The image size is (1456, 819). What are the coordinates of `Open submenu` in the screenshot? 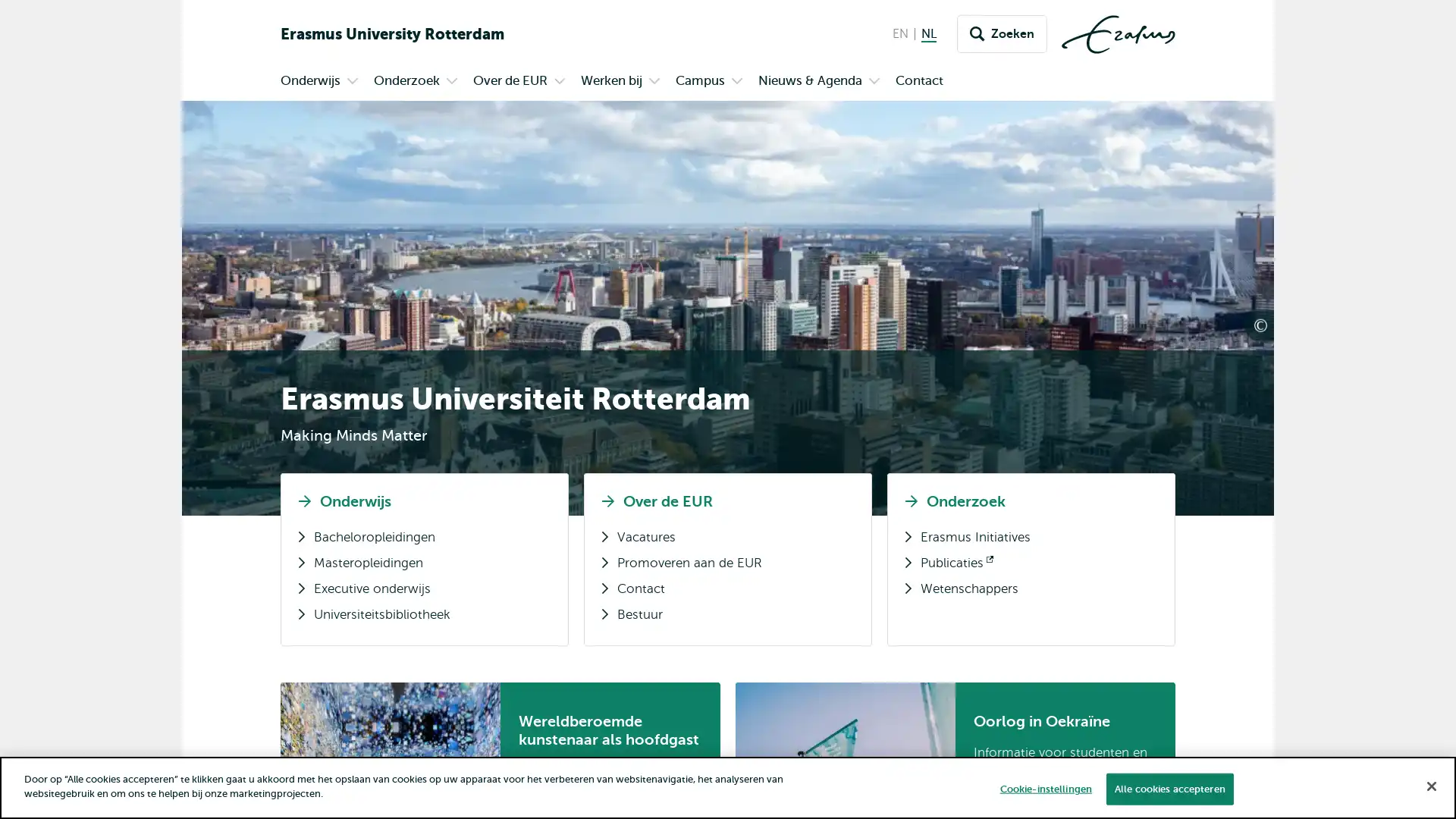 It's located at (736, 82).